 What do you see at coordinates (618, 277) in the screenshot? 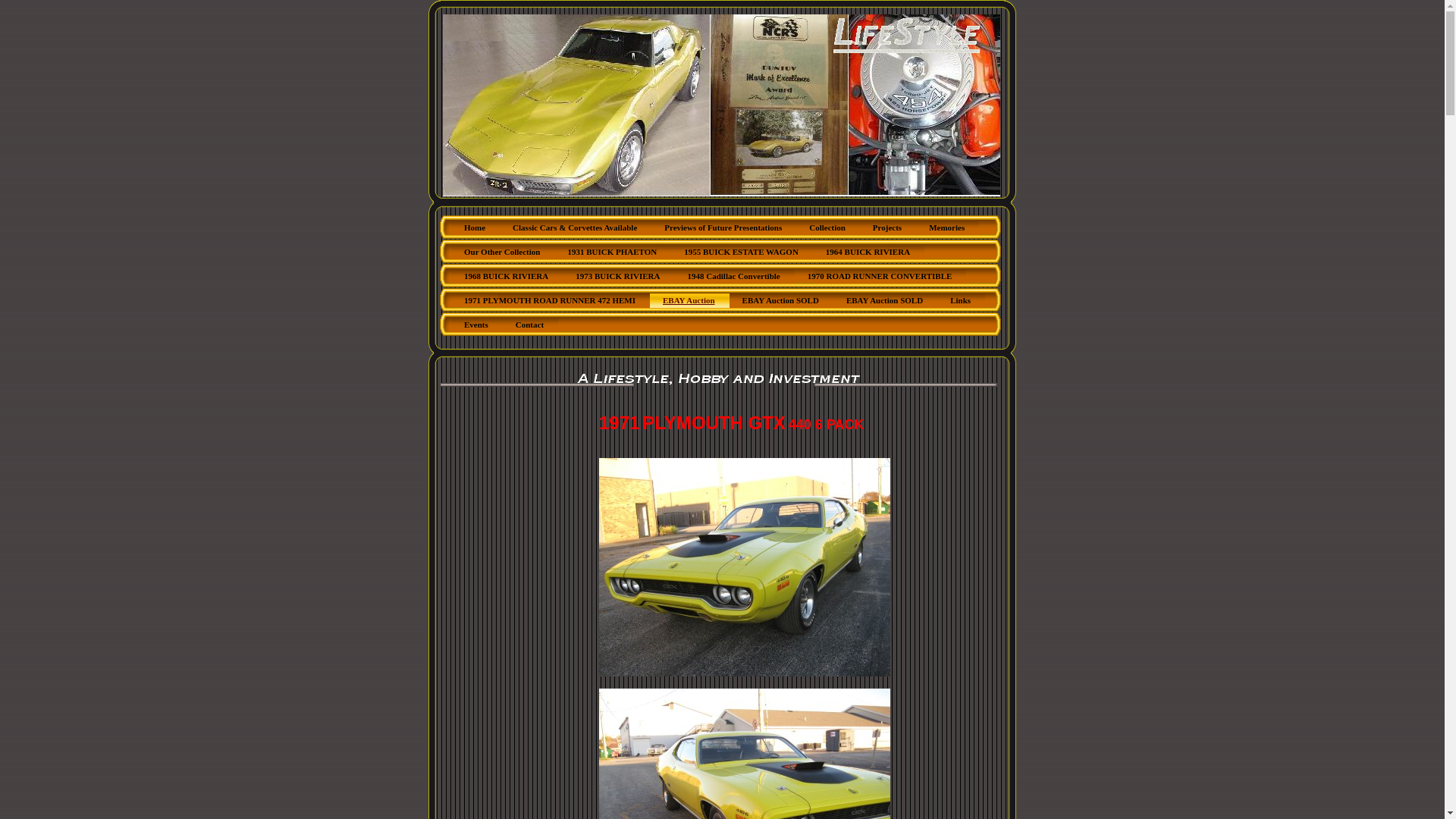
I see `'1973 BUICK RIVIERA'` at bounding box center [618, 277].